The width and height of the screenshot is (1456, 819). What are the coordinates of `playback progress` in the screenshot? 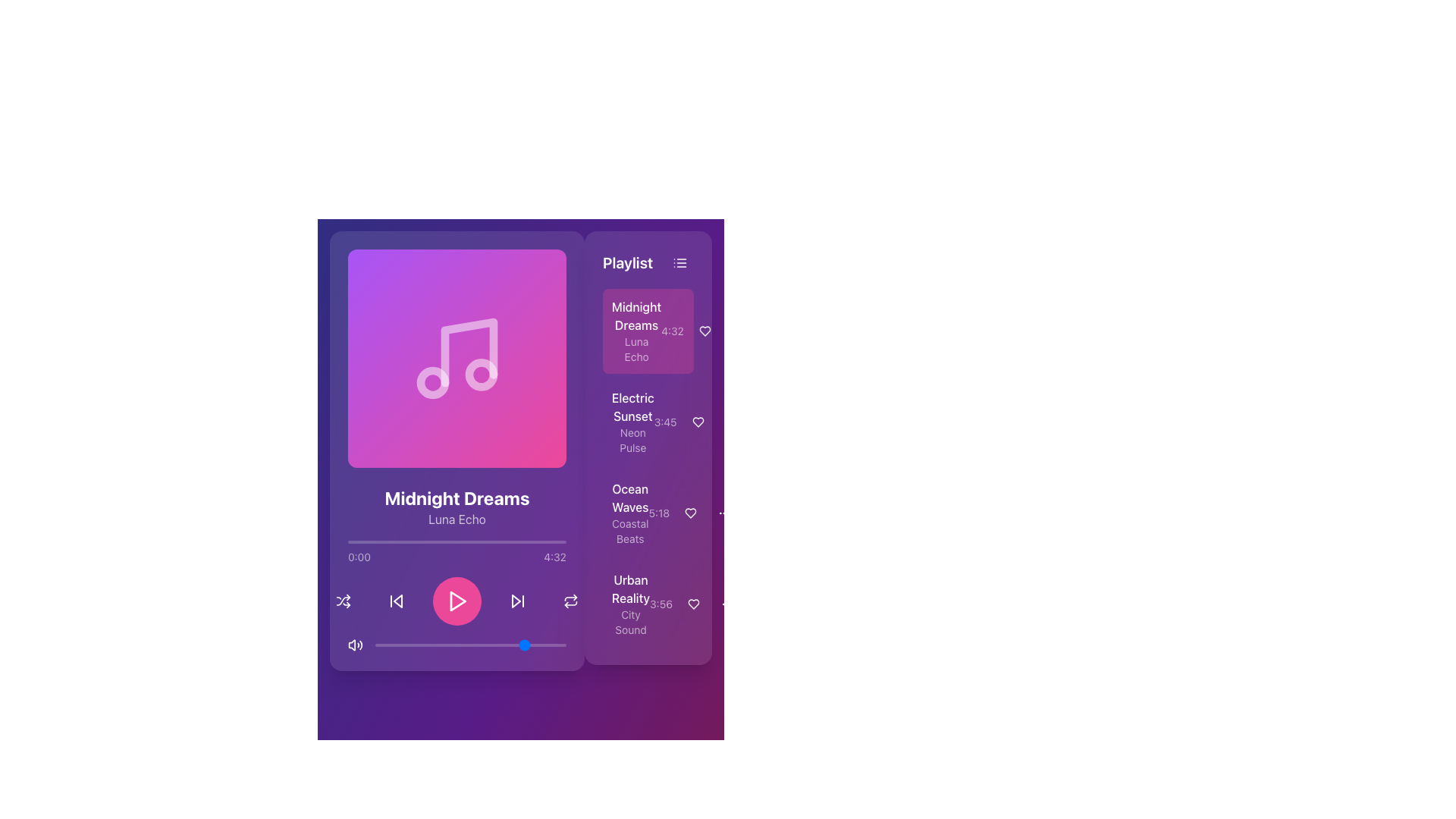 It's located at (478, 645).